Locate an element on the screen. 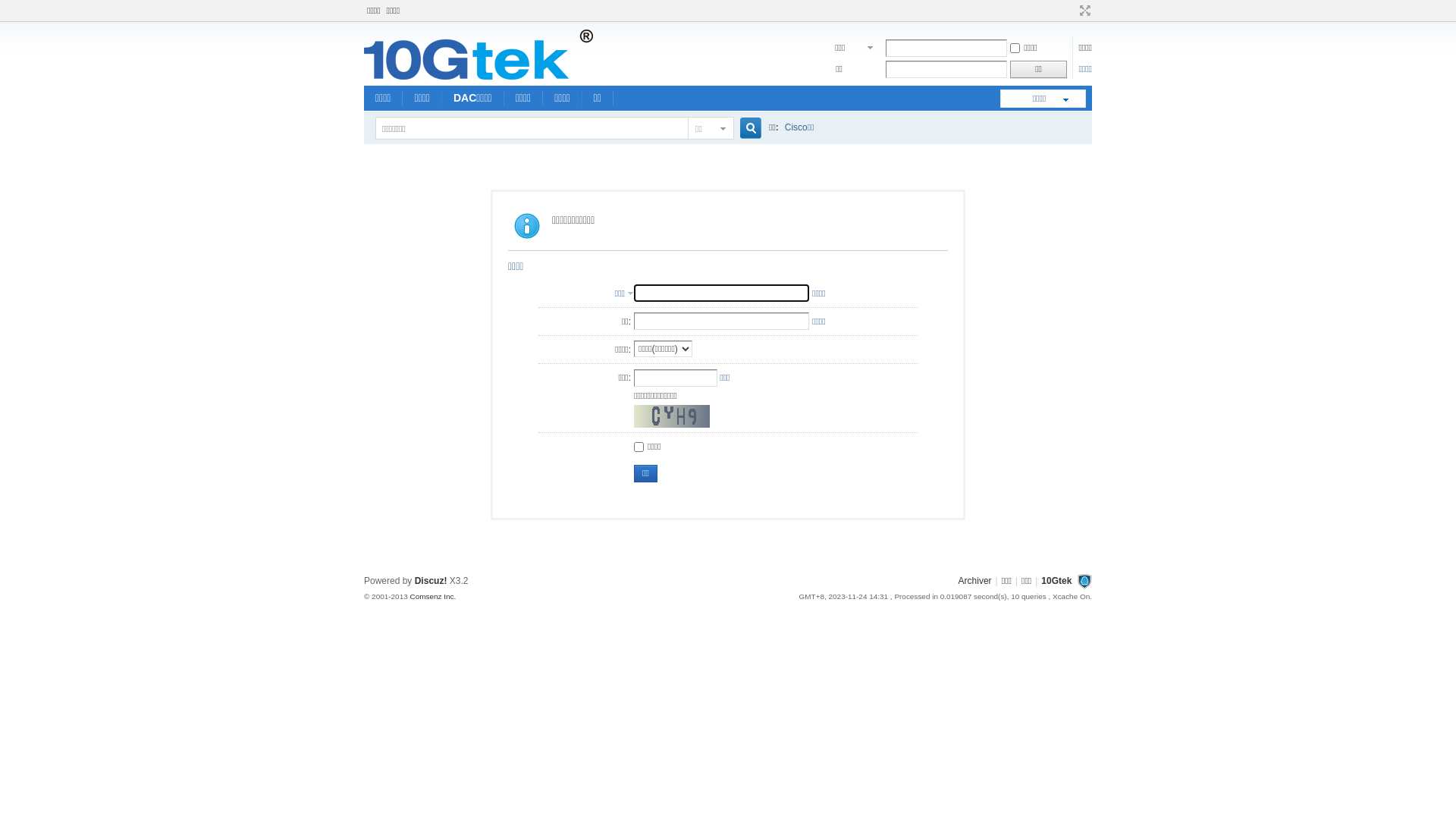 This screenshot has height=819, width=1456. '10Gtek' is located at coordinates (1055, 580).